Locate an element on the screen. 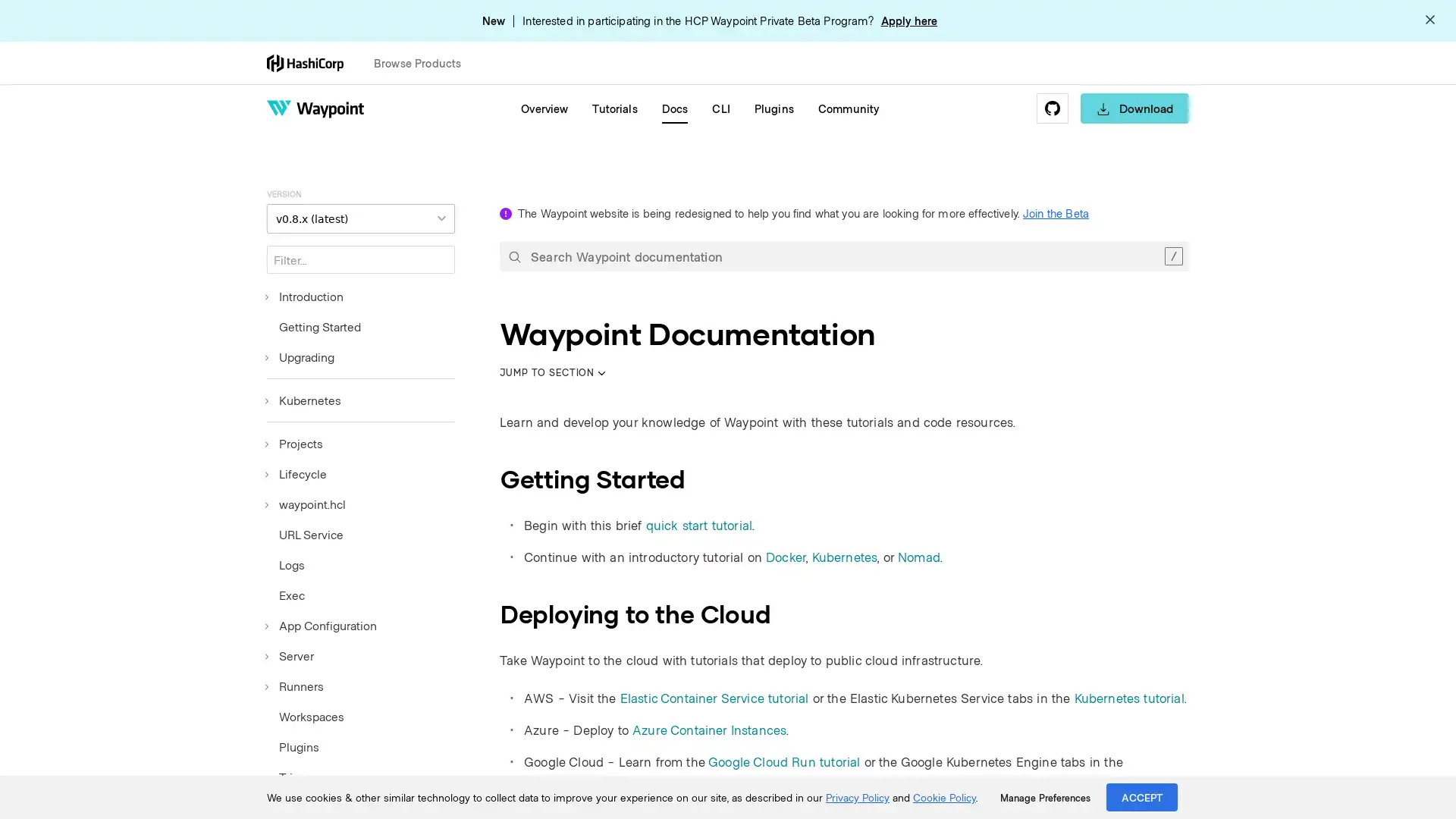  Browse Products Open this menu is located at coordinates (424, 62).